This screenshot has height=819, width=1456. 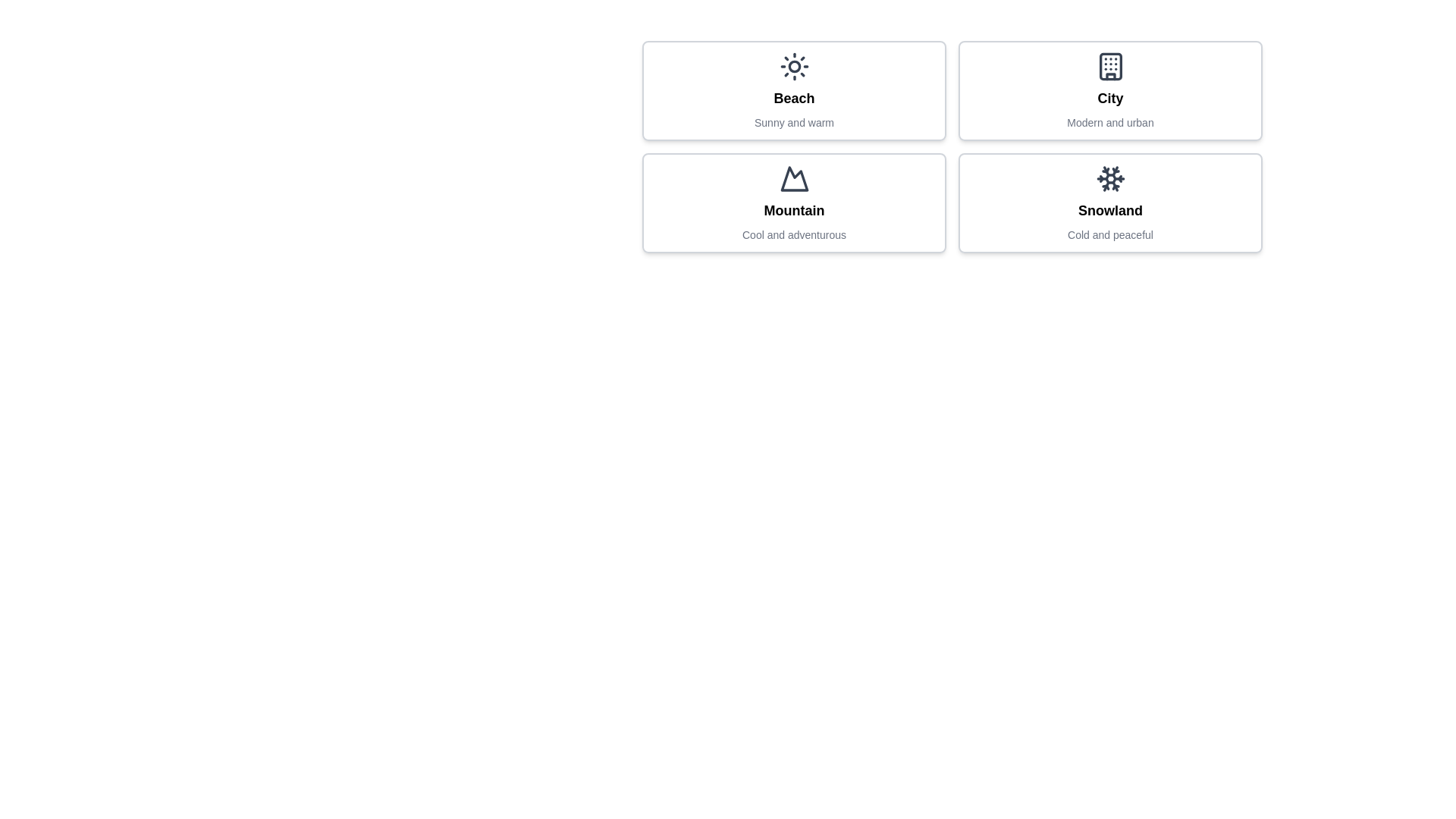 What do you see at coordinates (793, 210) in the screenshot?
I see `text 'Mountain' displayed in a bold, large font style, which is centered underneath a mountain-shaped icon and above the text 'Cool and adventurous'. This element is part of the third card in a grid layout` at bounding box center [793, 210].